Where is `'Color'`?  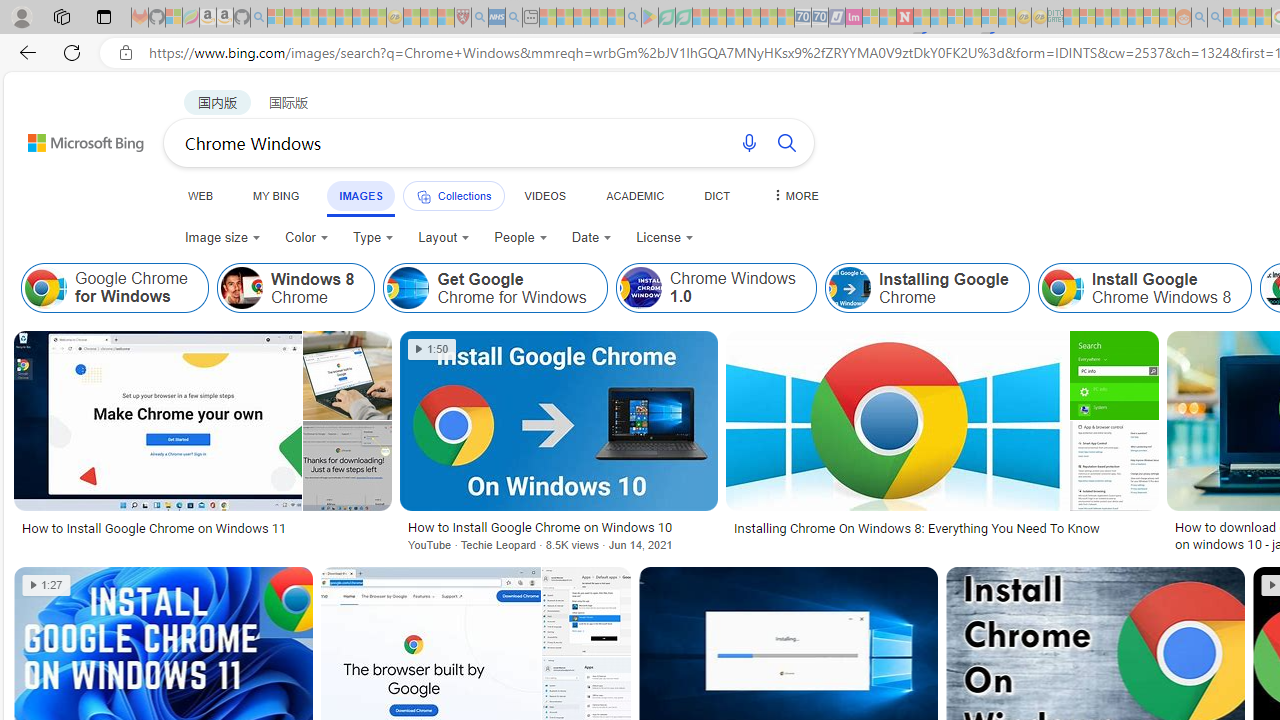 'Color' is located at coordinates (304, 236).